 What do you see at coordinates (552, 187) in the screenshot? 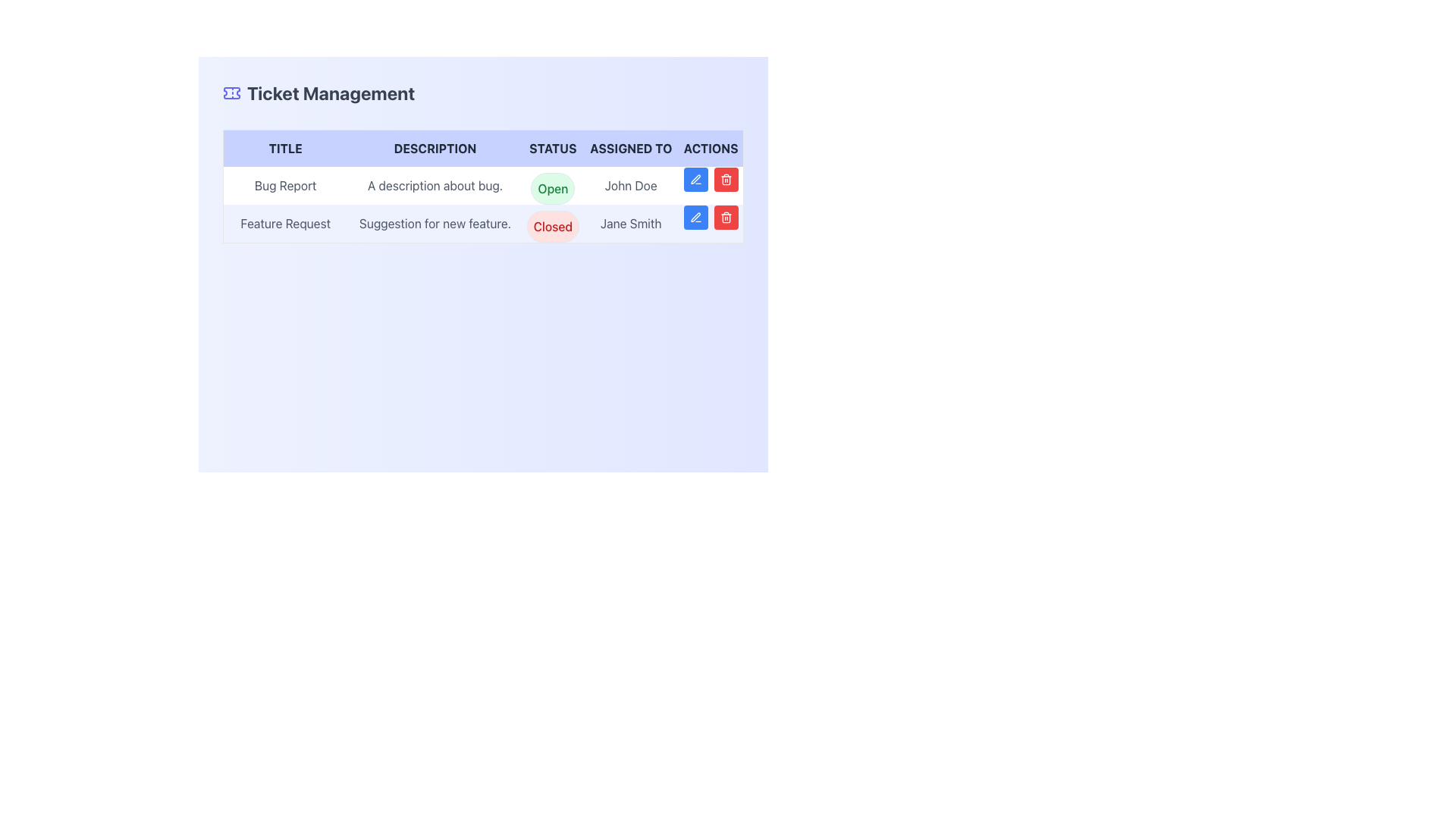
I see `the status indicator text label that denotes the current status of the bug report as 'Open' located in the 'STATUS' column of the first row in the 'Ticket Management' table` at bounding box center [552, 187].